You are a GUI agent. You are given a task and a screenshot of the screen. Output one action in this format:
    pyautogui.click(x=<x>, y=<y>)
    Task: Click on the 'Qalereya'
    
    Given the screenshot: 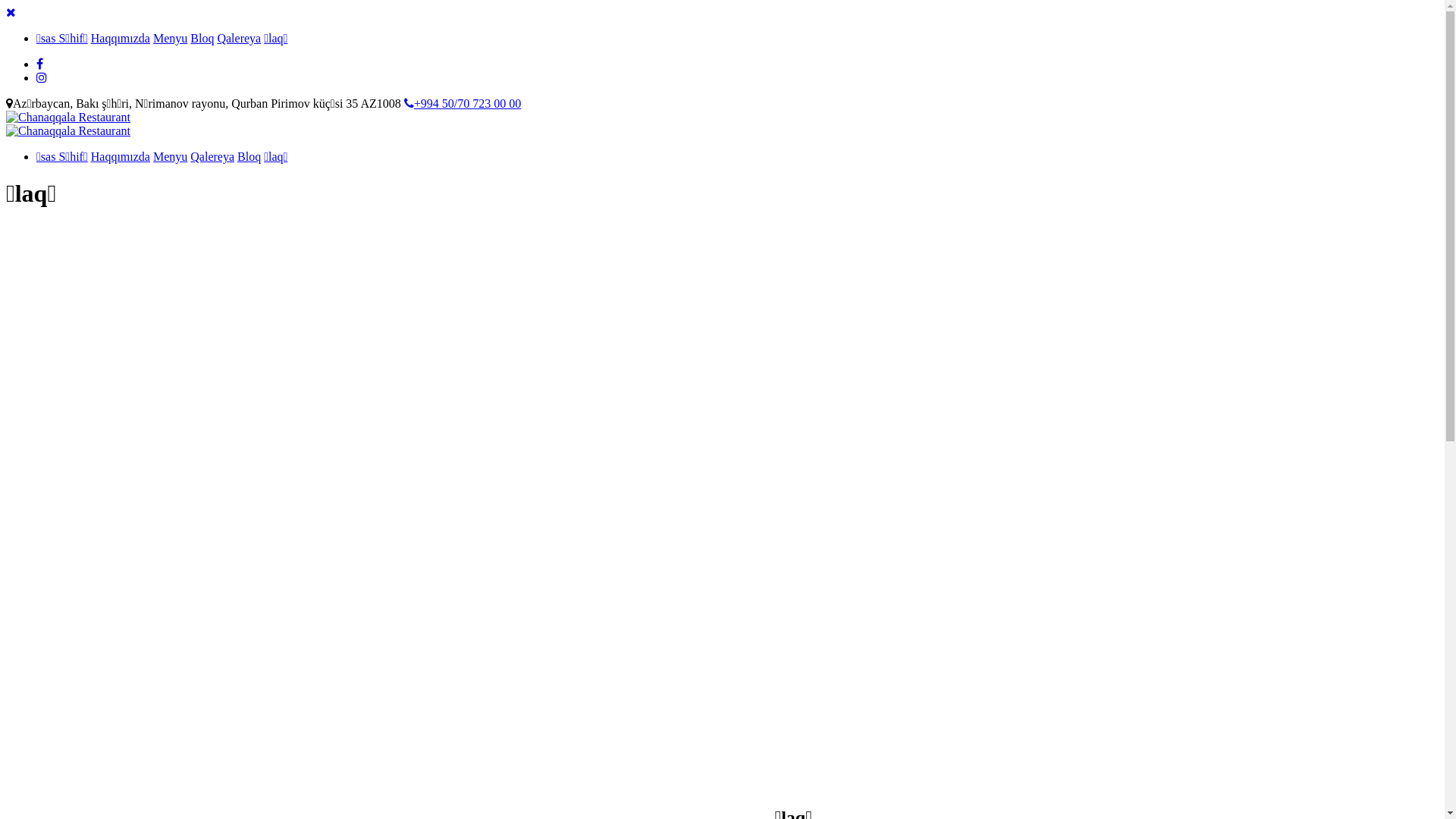 What is the action you would take?
    pyautogui.click(x=189, y=156)
    